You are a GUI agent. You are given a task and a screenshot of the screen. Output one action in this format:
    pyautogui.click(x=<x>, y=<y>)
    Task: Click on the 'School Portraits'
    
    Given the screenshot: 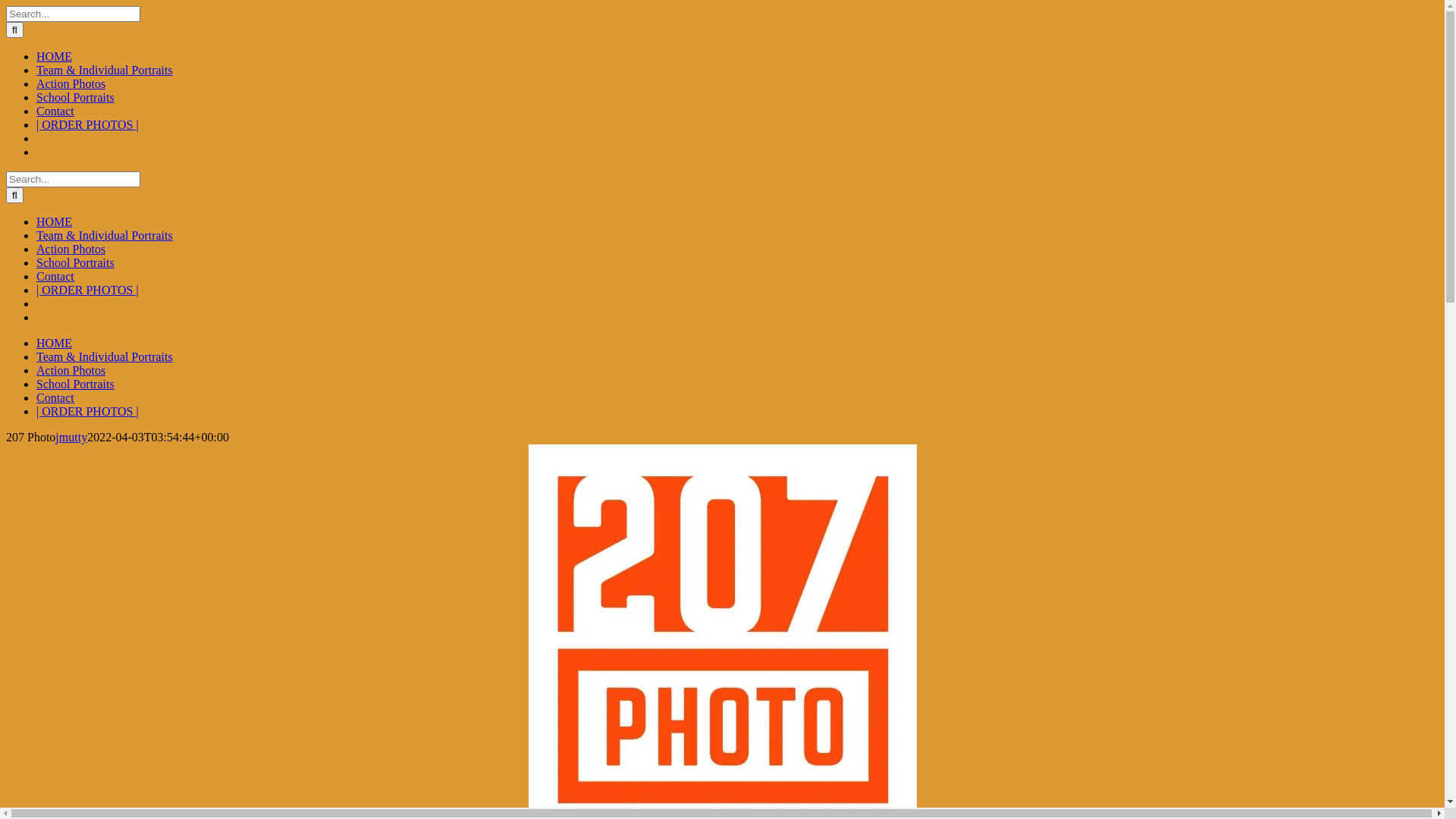 What is the action you would take?
    pyautogui.click(x=36, y=97)
    